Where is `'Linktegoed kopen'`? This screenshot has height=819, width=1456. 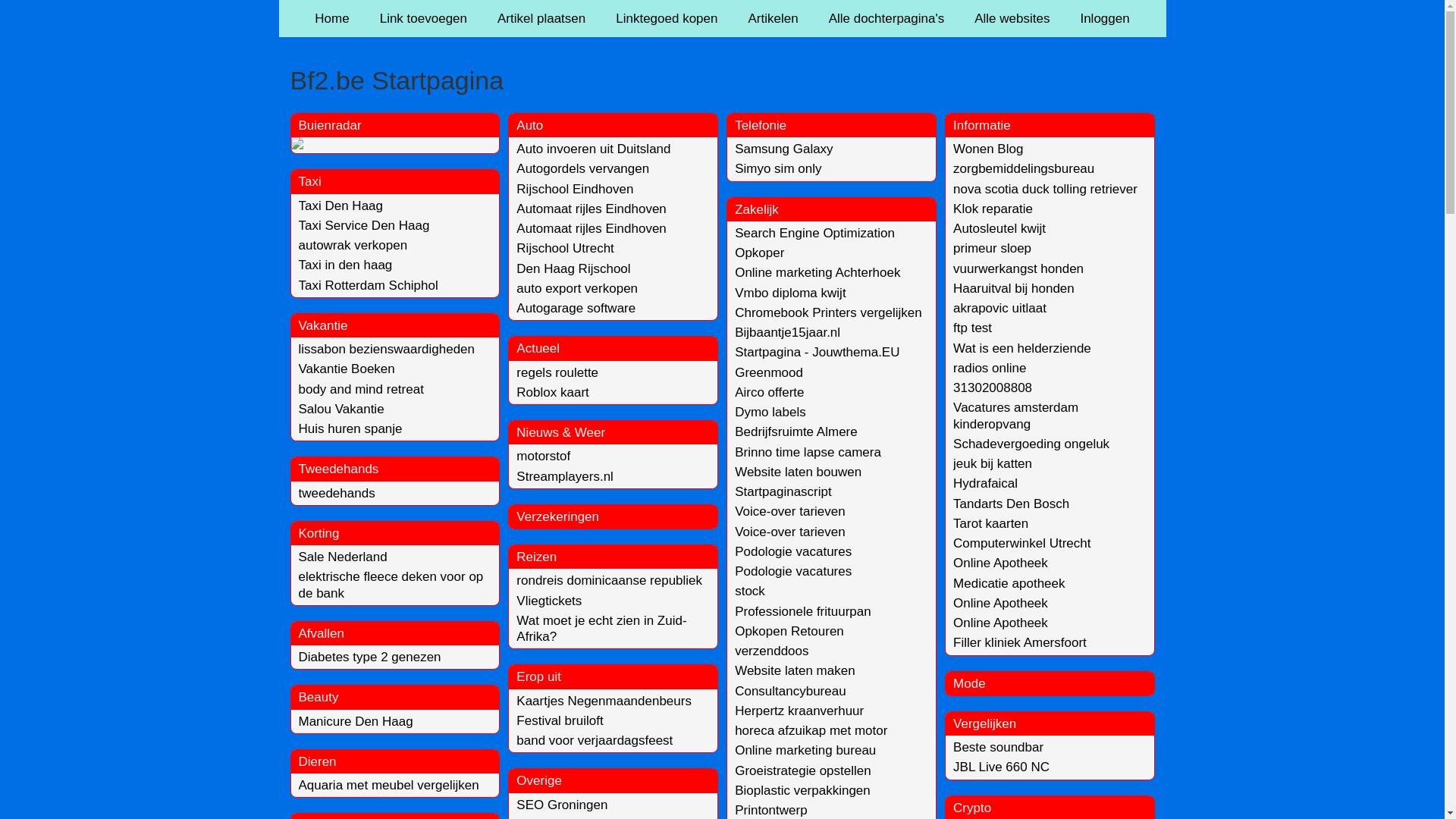 'Linktegoed kopen' is located at coordinates (666, 18).